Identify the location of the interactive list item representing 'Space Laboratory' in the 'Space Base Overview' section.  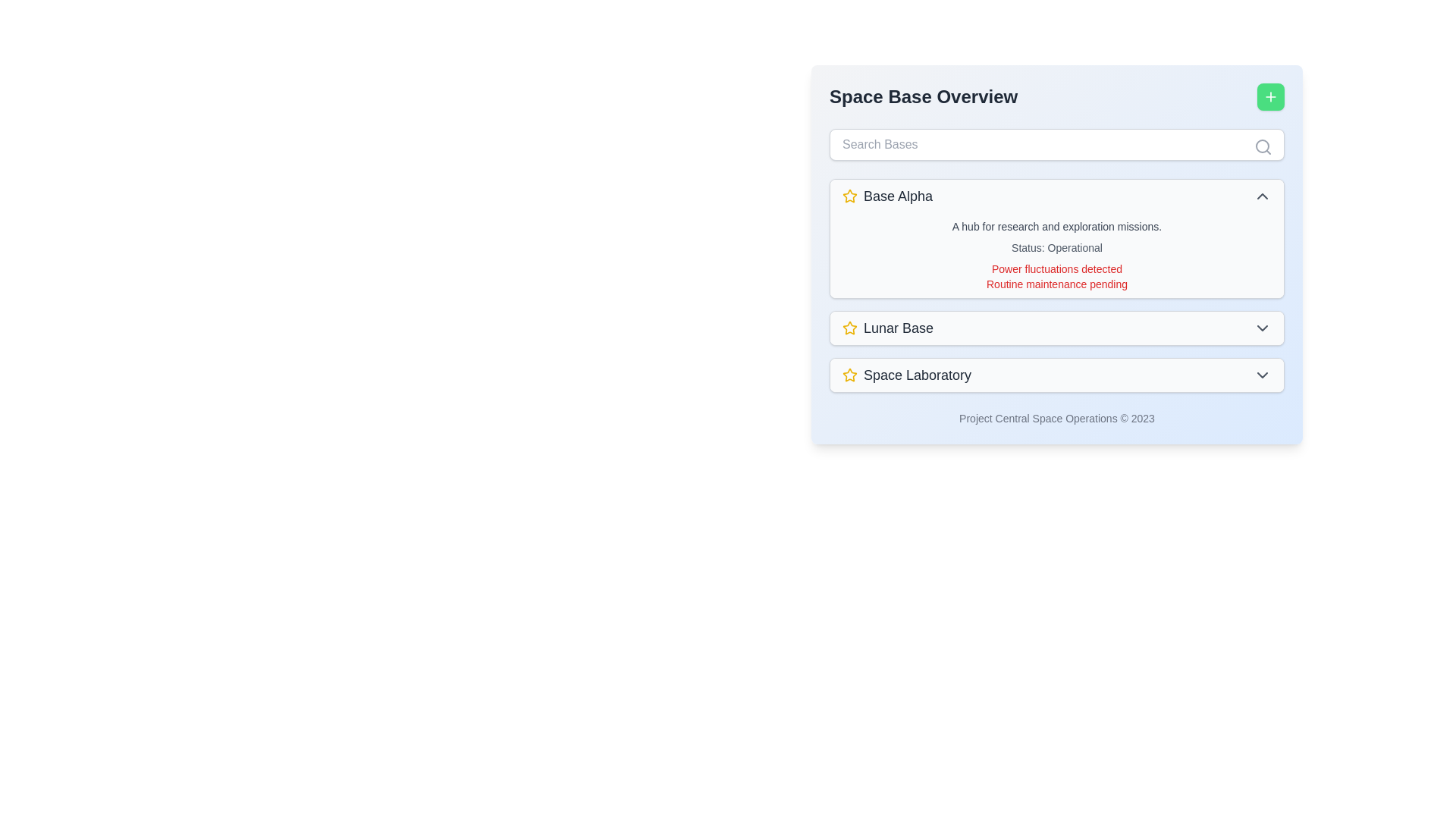
(1056, 375).